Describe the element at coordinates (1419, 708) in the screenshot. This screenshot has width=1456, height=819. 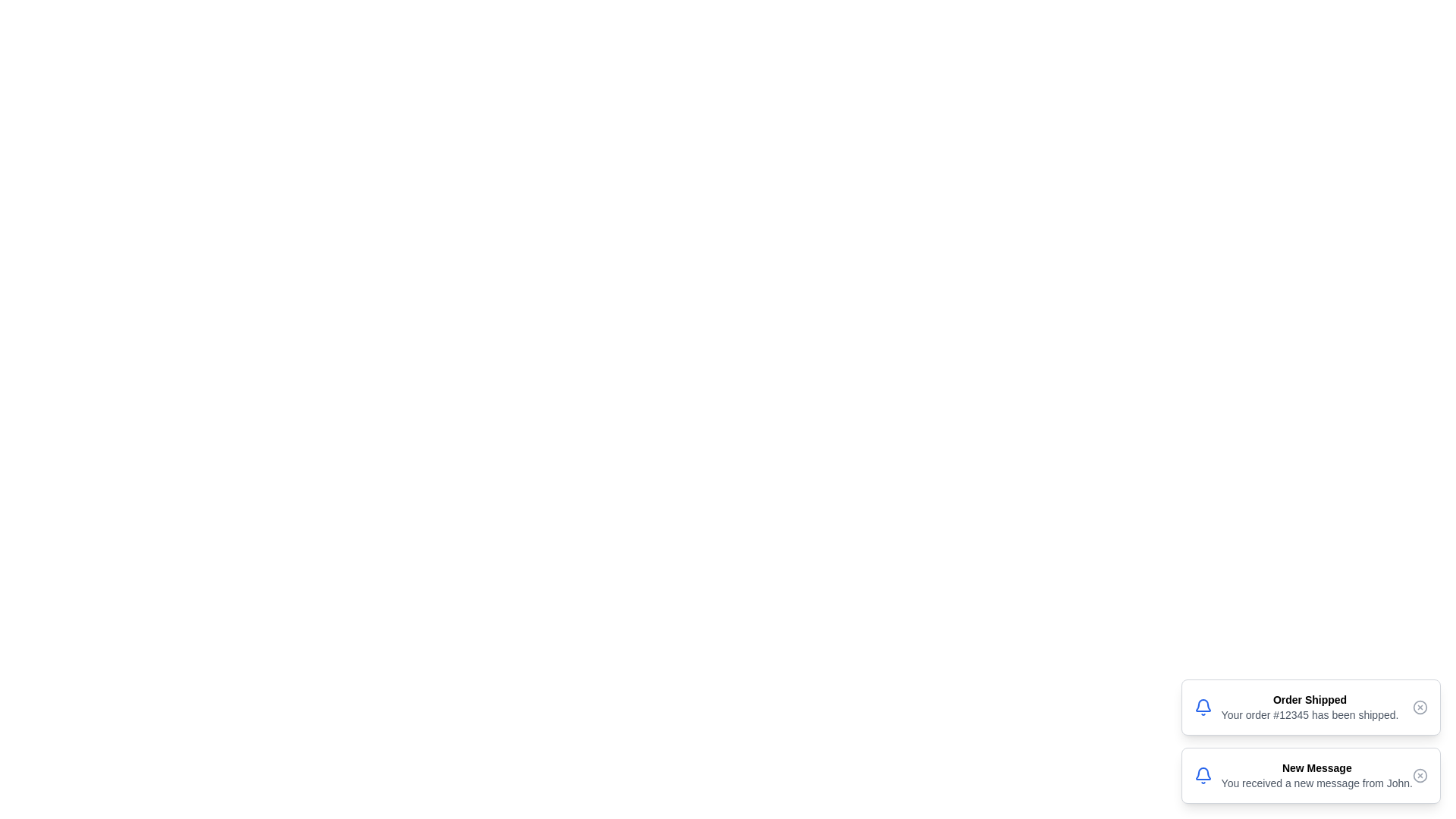
I see `close button on the notification to dismiss it` at that location.